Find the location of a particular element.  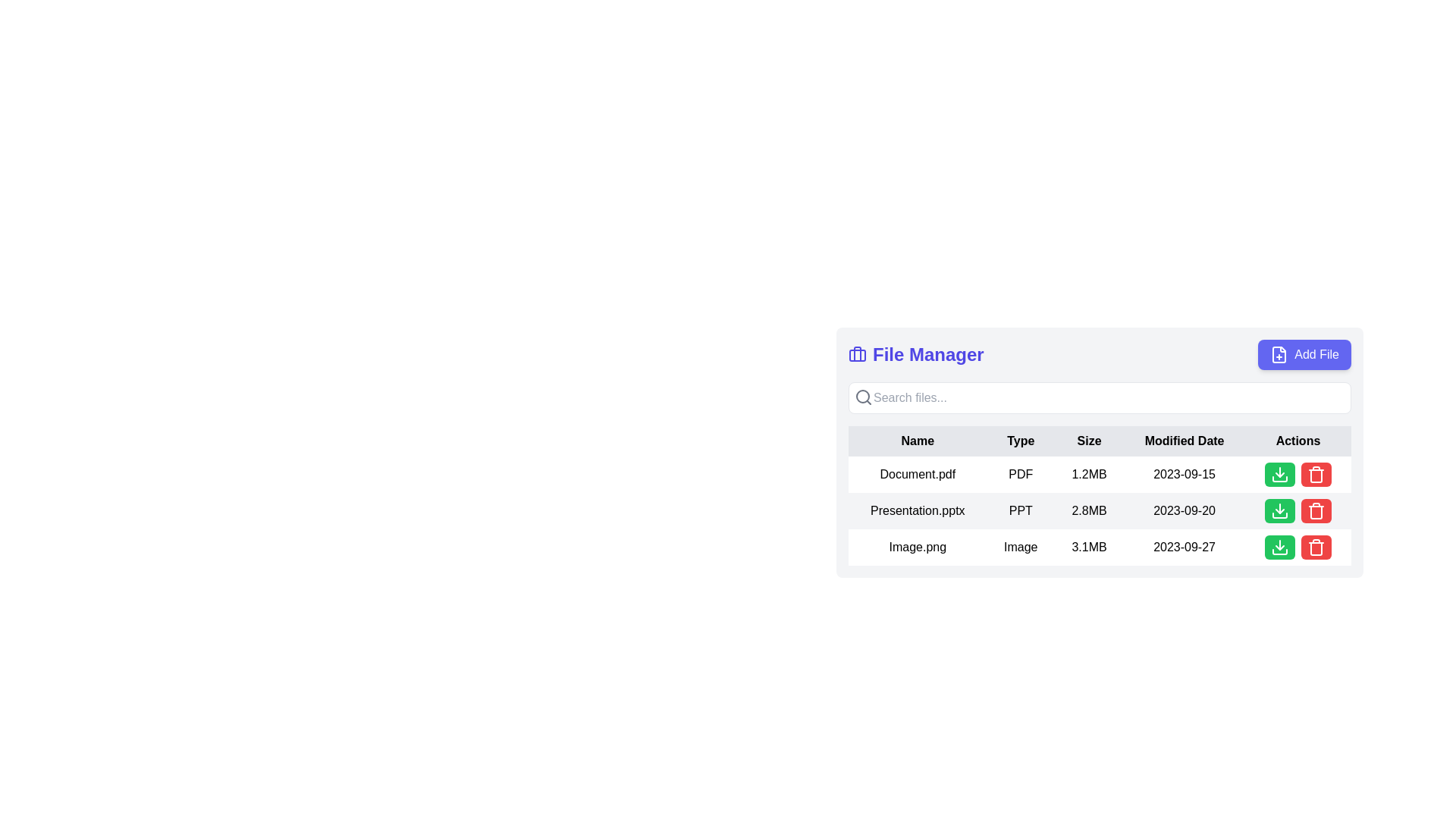

the delete button with an icon located in the top-right section of the 'Actions' column for the first row in the grid is located at coordinates (1316, 473).